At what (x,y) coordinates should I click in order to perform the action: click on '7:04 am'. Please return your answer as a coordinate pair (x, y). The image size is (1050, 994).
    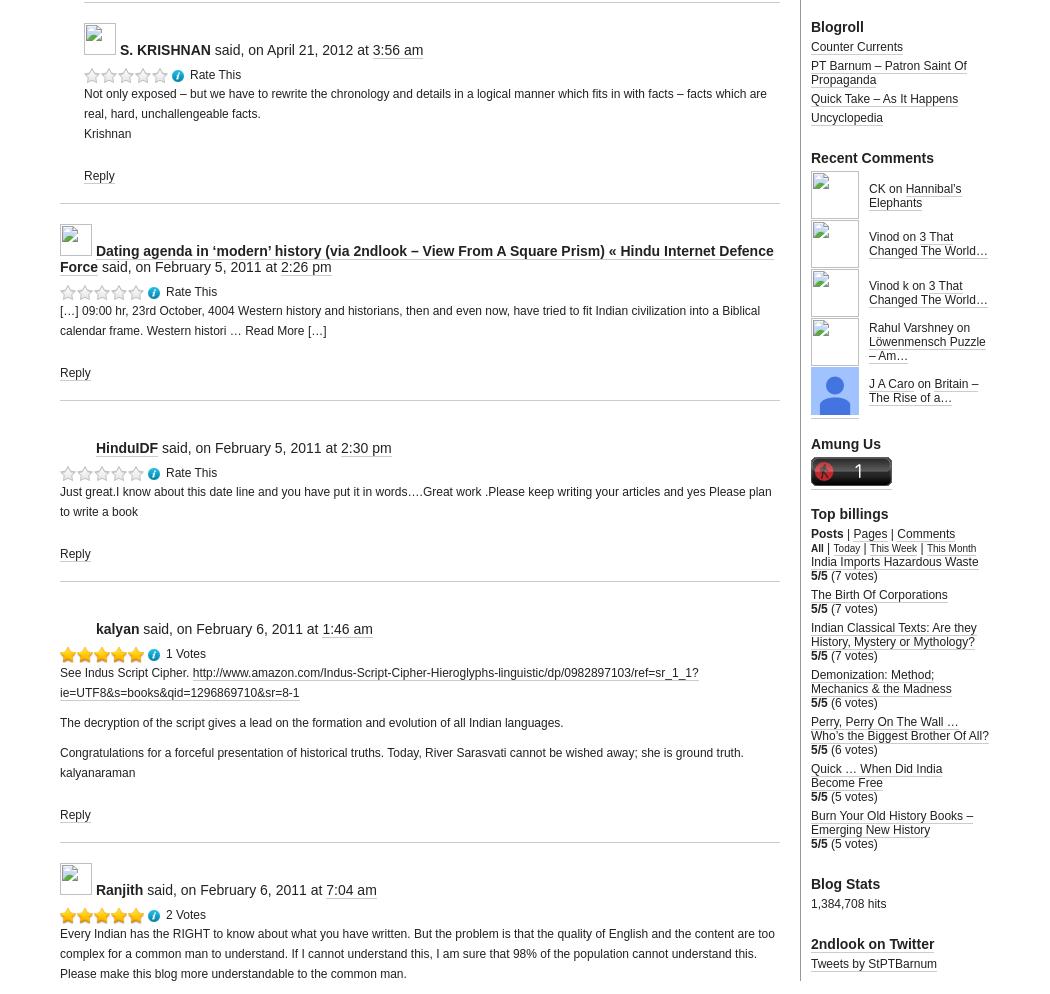
    Looking at the image, I should click on (350, 889).